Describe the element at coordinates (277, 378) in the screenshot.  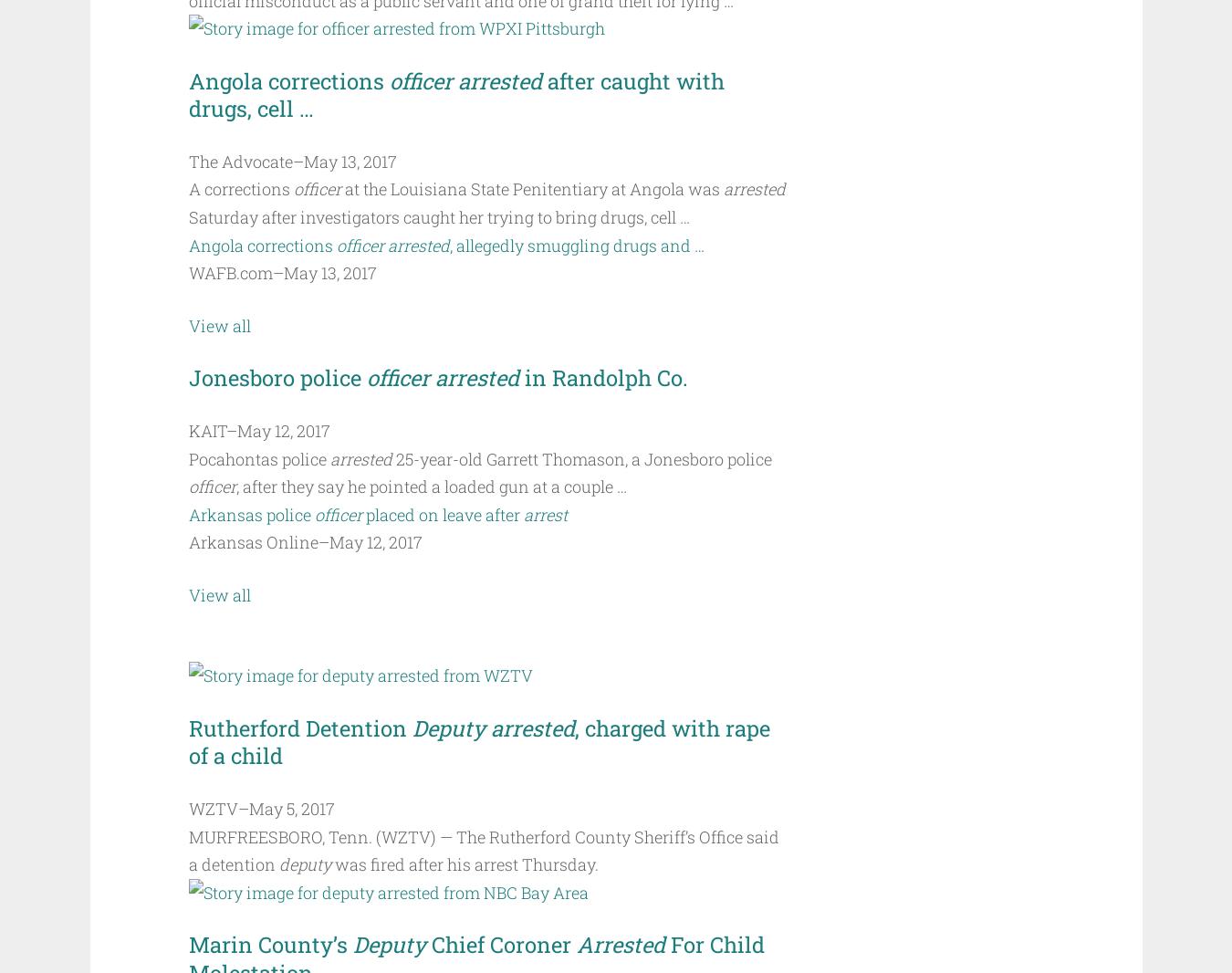
I see `'Jonesboro police'` at that location.